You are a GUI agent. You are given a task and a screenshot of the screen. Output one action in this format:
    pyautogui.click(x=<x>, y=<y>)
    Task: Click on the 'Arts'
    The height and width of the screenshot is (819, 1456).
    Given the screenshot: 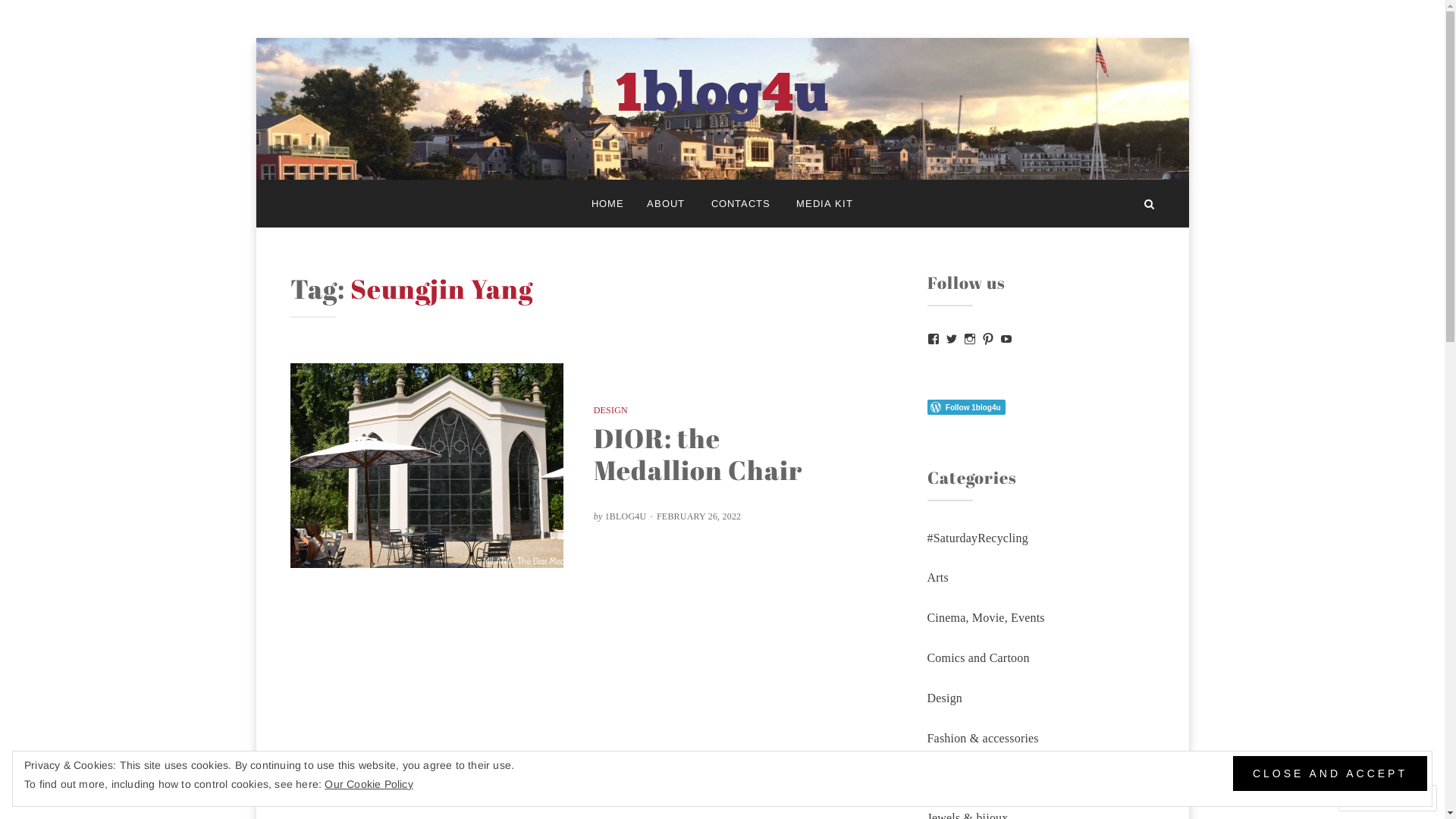 What is the action you would take?
    pyautogui.click(x=937, y=577)
    